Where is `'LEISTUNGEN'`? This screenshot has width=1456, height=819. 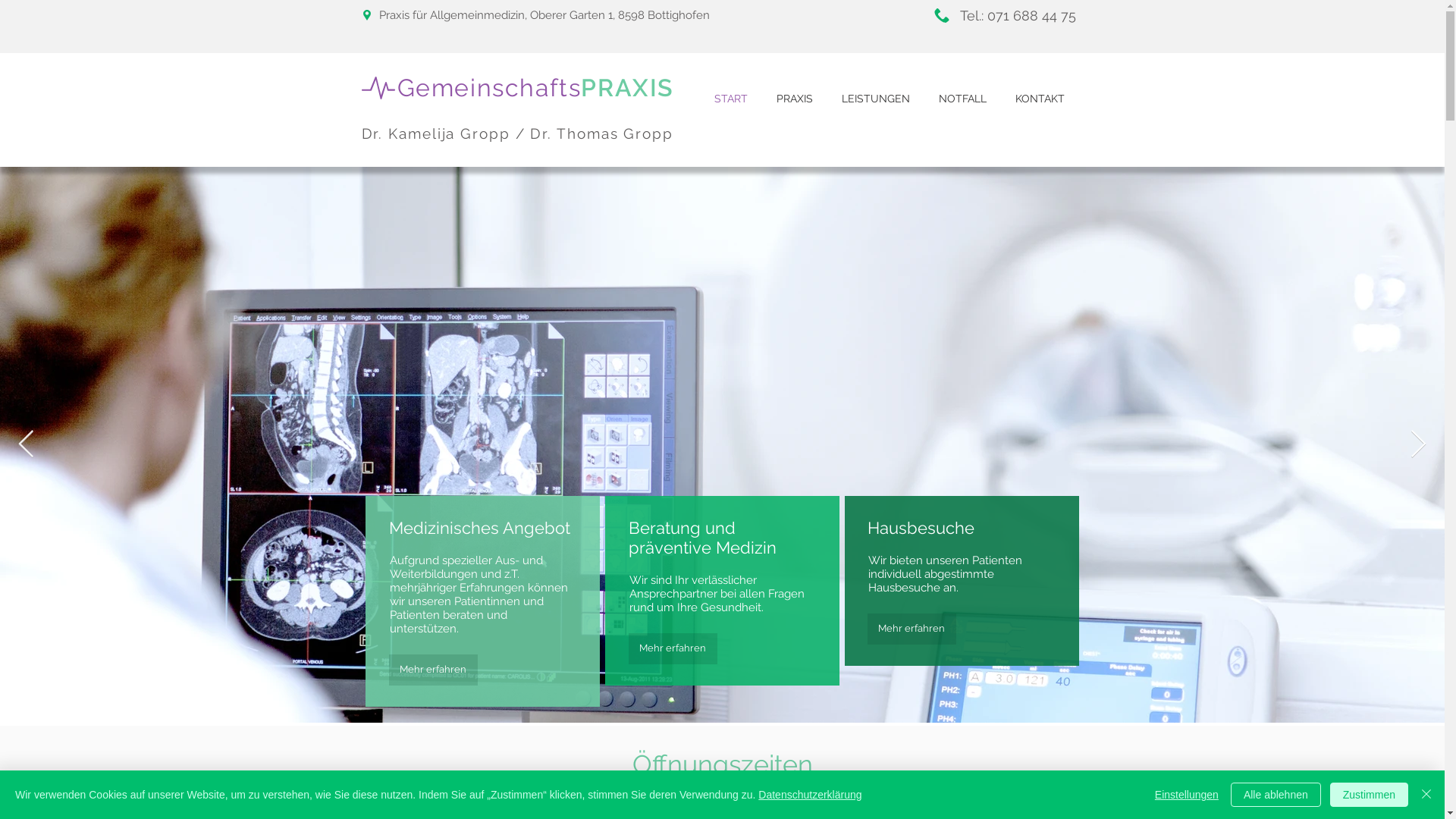 'LEISTUNGEN' is located at coordinates (874, 99).